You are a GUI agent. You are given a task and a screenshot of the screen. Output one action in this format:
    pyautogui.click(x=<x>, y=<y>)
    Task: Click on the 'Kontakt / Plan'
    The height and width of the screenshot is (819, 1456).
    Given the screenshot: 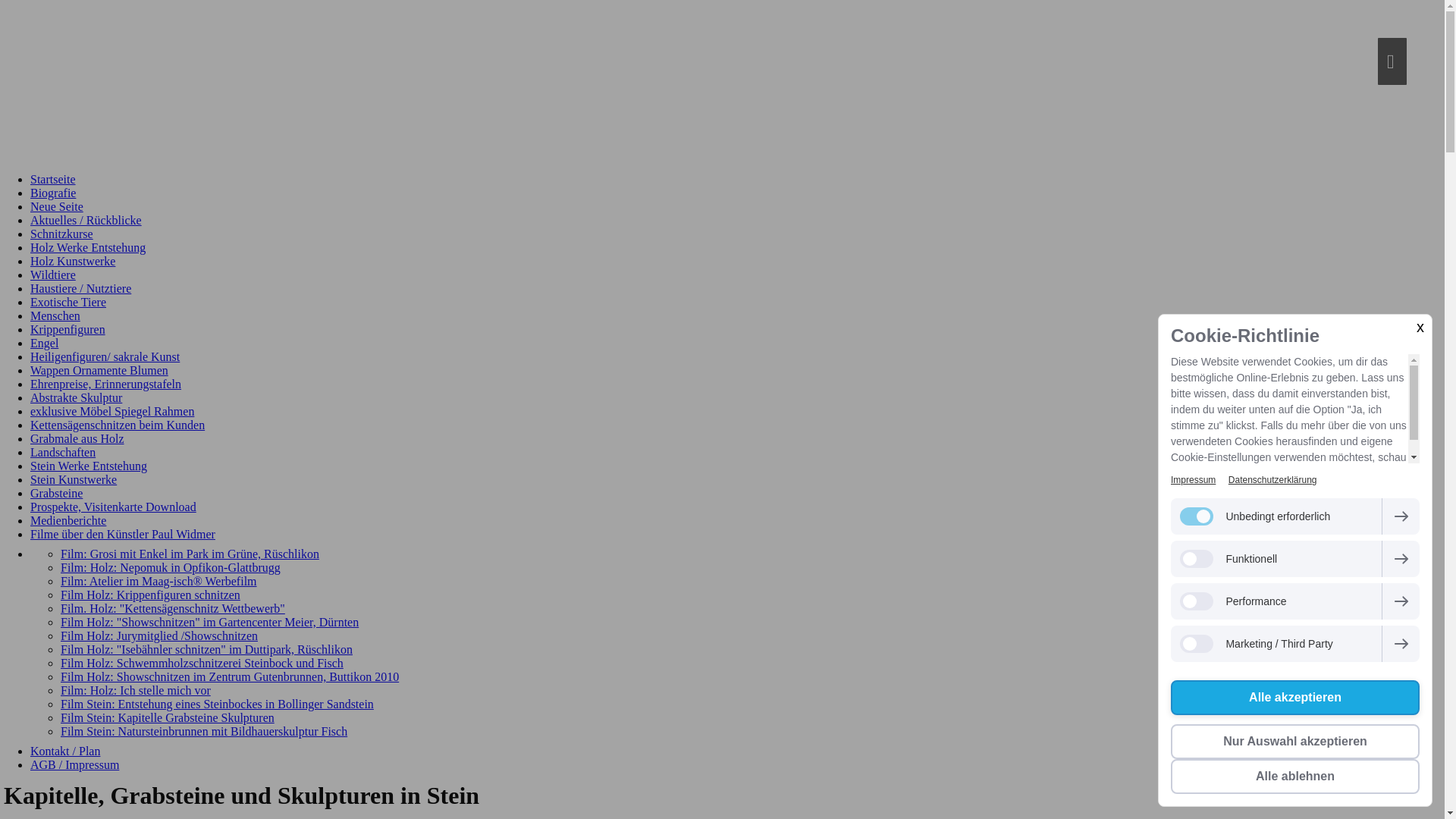 What is the action you would take?
    pyautogui.click(x=64, y=751)
    